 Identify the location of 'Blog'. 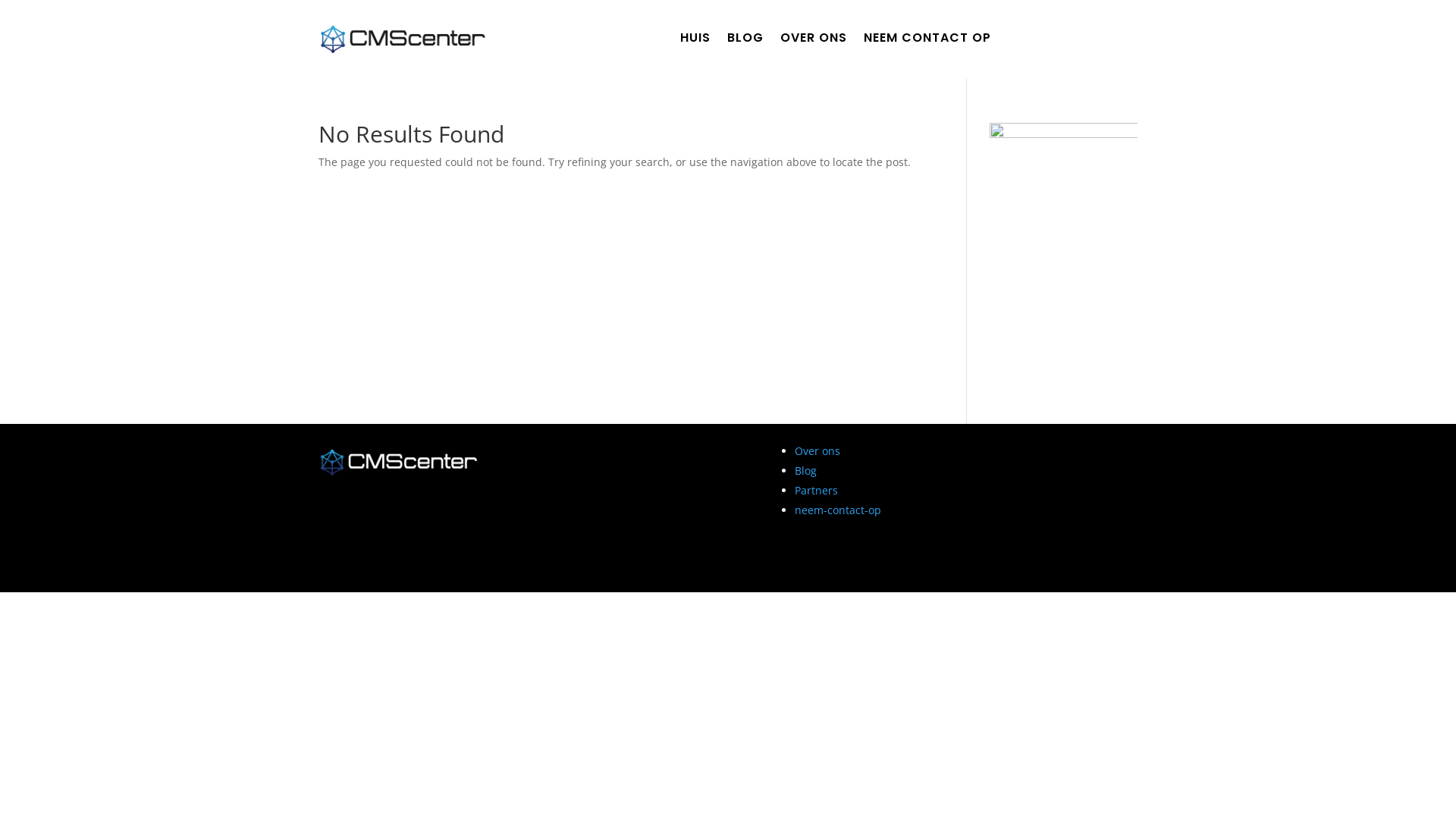
(805, 469).